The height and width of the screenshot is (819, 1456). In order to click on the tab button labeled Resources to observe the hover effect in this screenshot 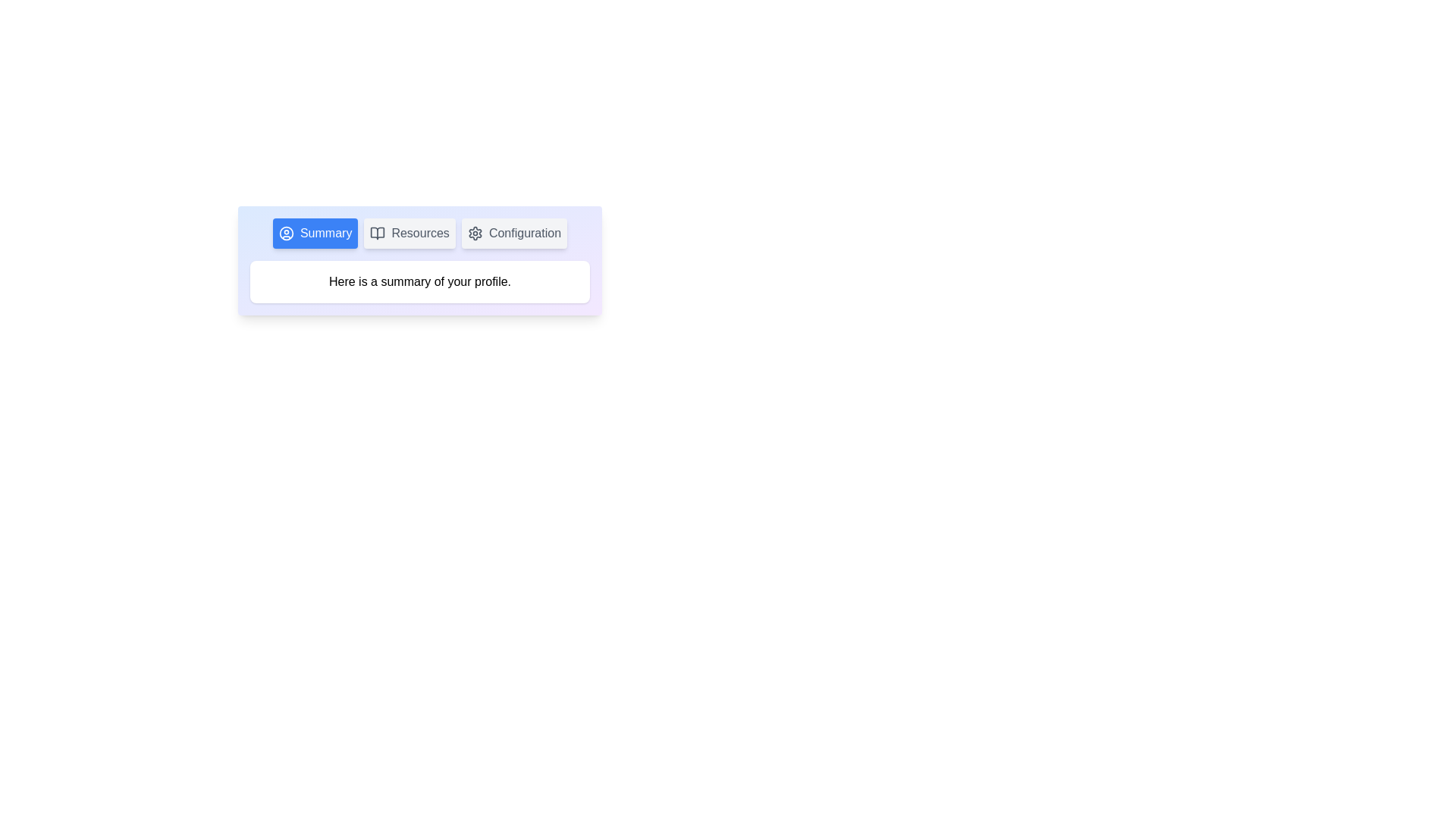, I will do `click(409, 234)`.